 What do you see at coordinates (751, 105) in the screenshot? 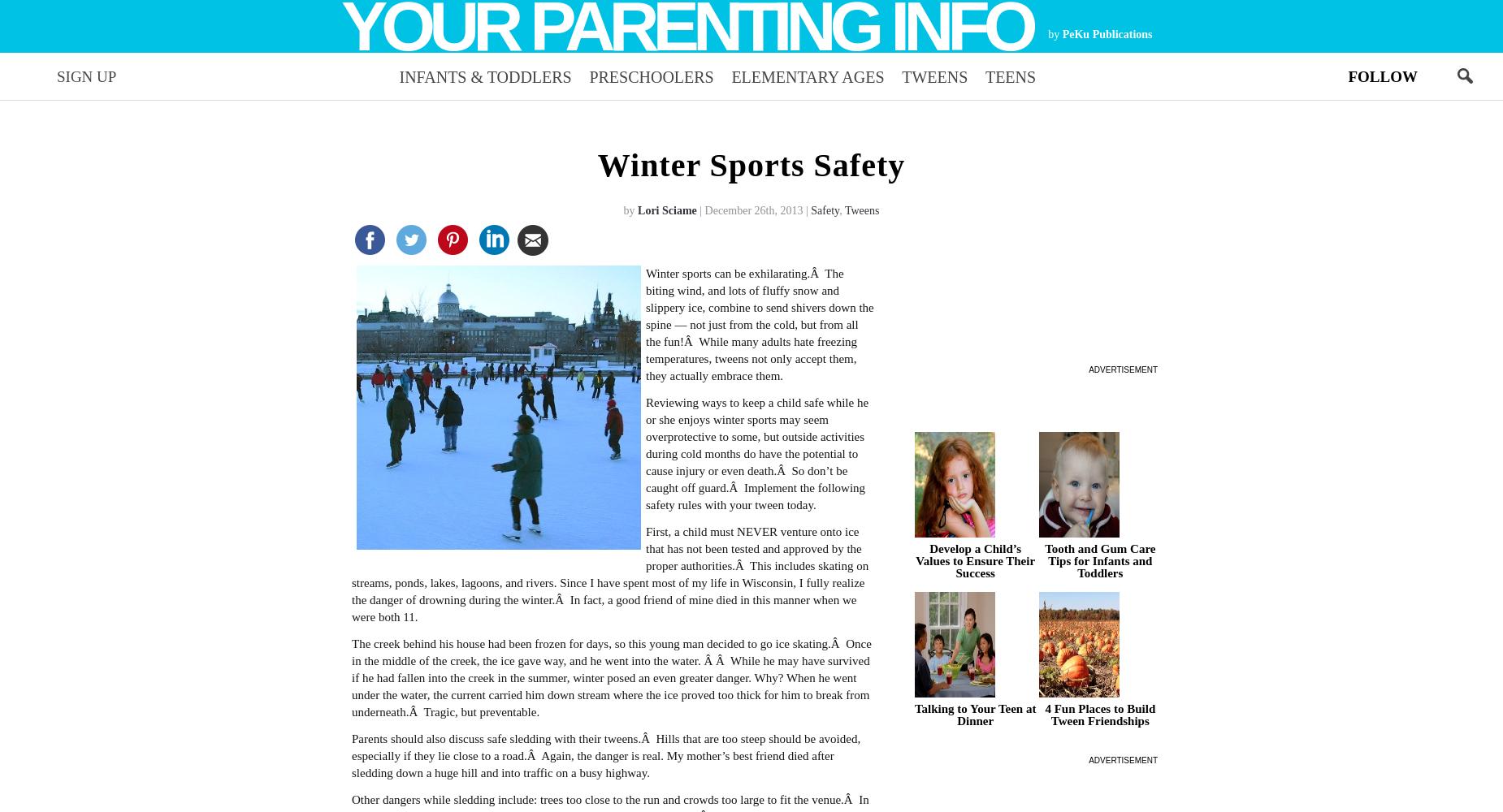
I see `'parenting advice every week.'` at bounding box center [751, 105].